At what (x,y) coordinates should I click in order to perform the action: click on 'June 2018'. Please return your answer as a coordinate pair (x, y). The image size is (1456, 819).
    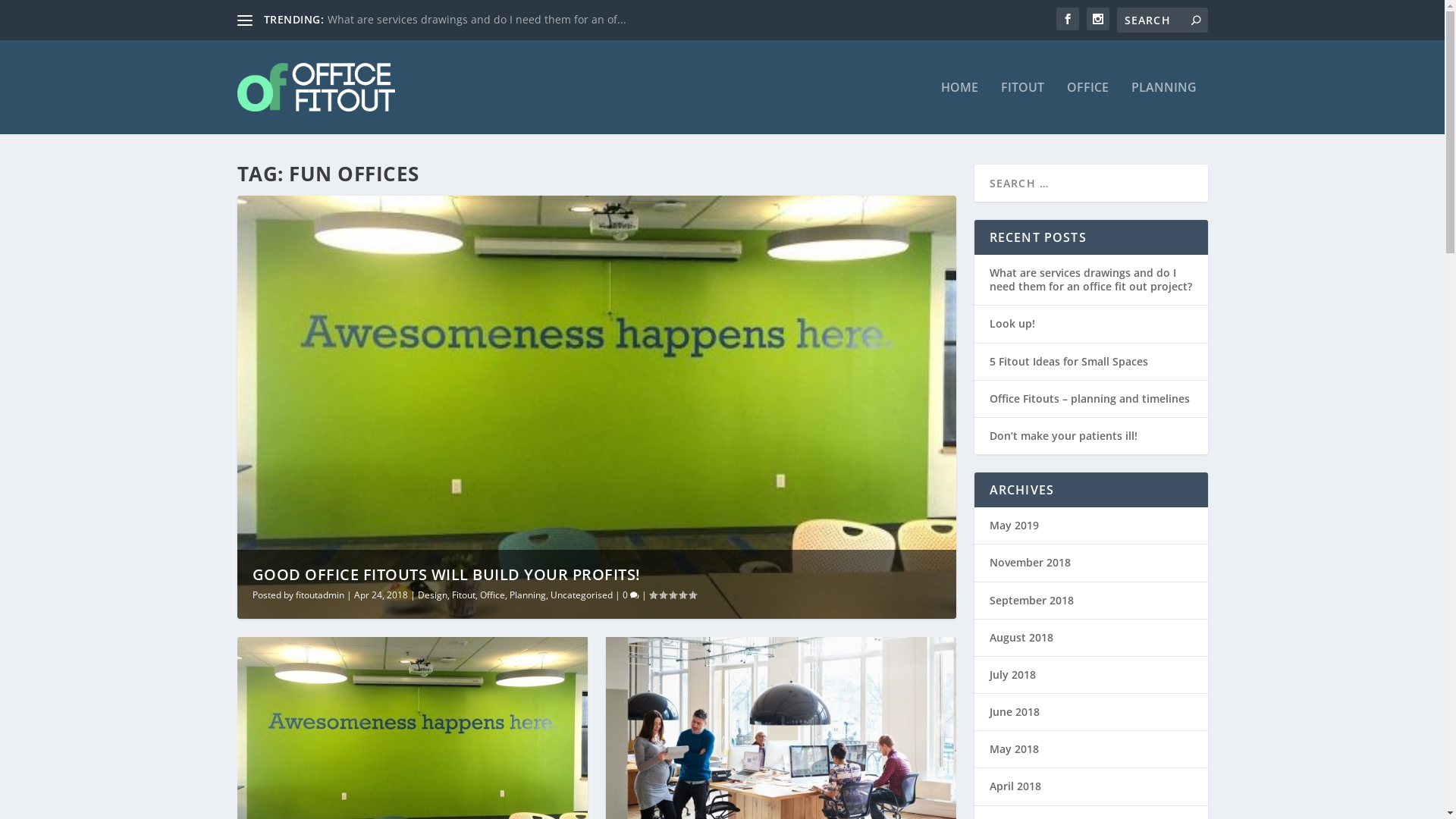
    Looking at the image, I should click on (1014, 711).